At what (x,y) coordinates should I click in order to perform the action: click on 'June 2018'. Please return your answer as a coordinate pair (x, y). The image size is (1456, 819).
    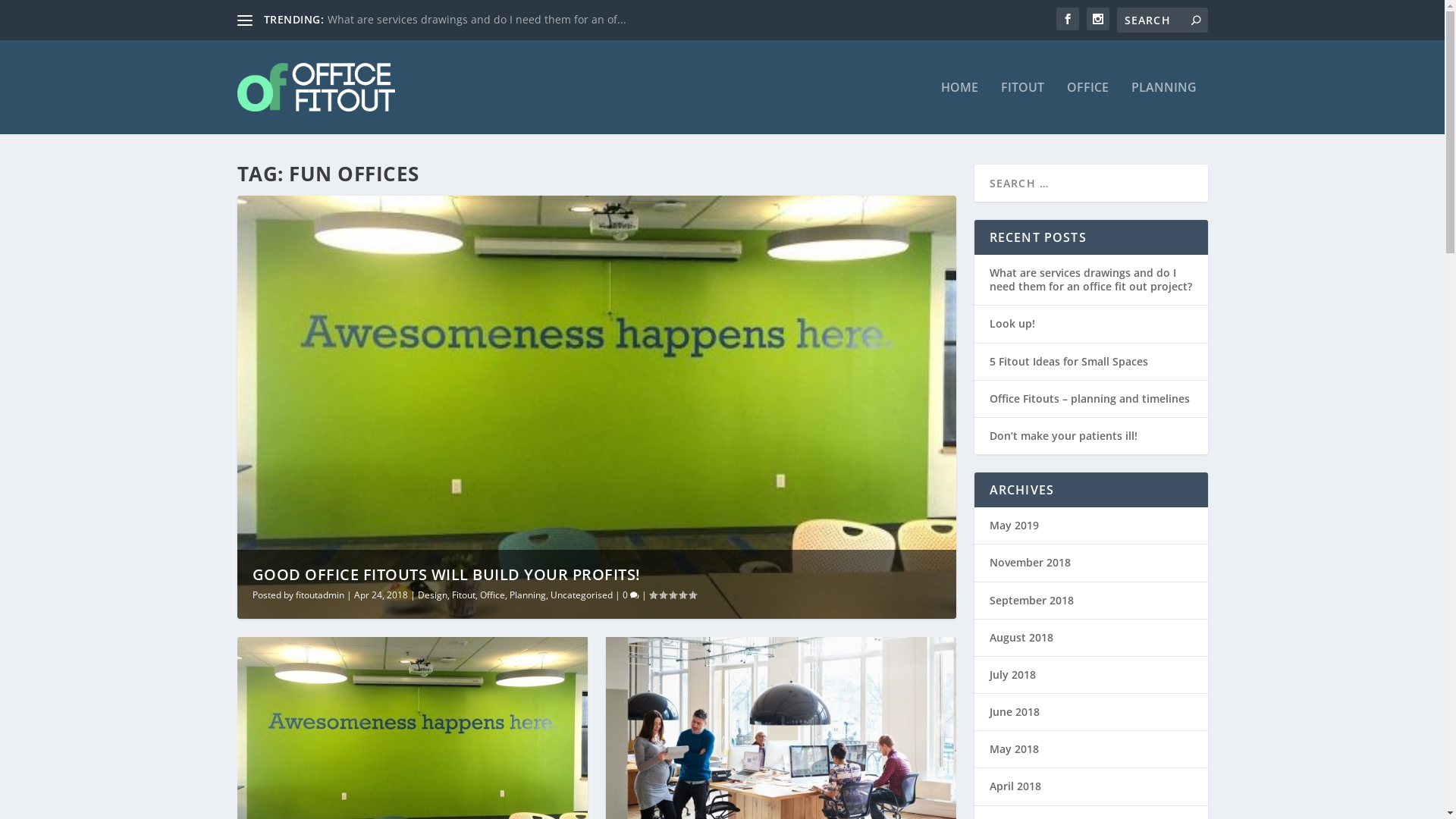
    Looking at the image, I should click on (1014, 711).